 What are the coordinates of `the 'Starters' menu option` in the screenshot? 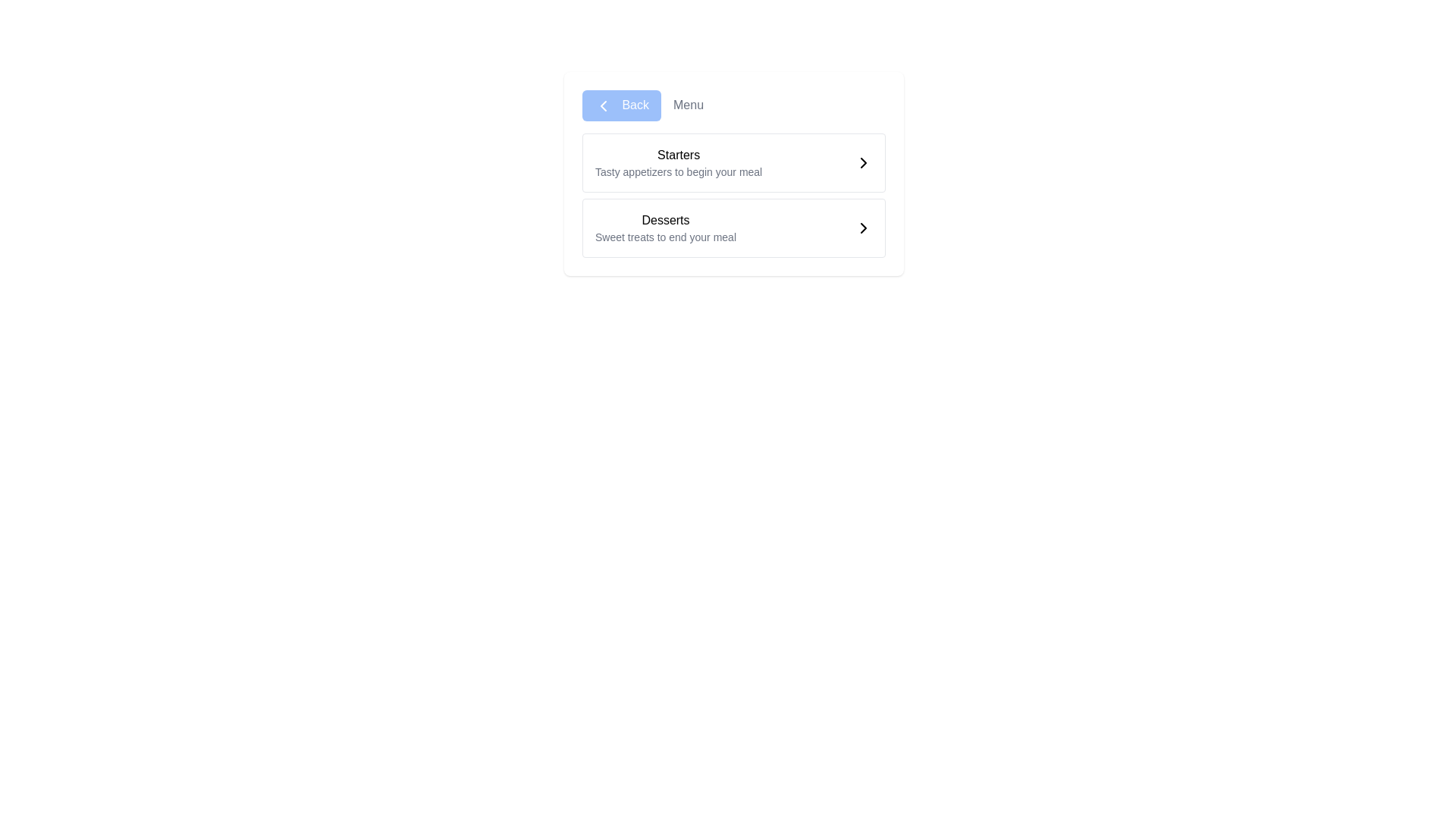 It's located at (734, 162).